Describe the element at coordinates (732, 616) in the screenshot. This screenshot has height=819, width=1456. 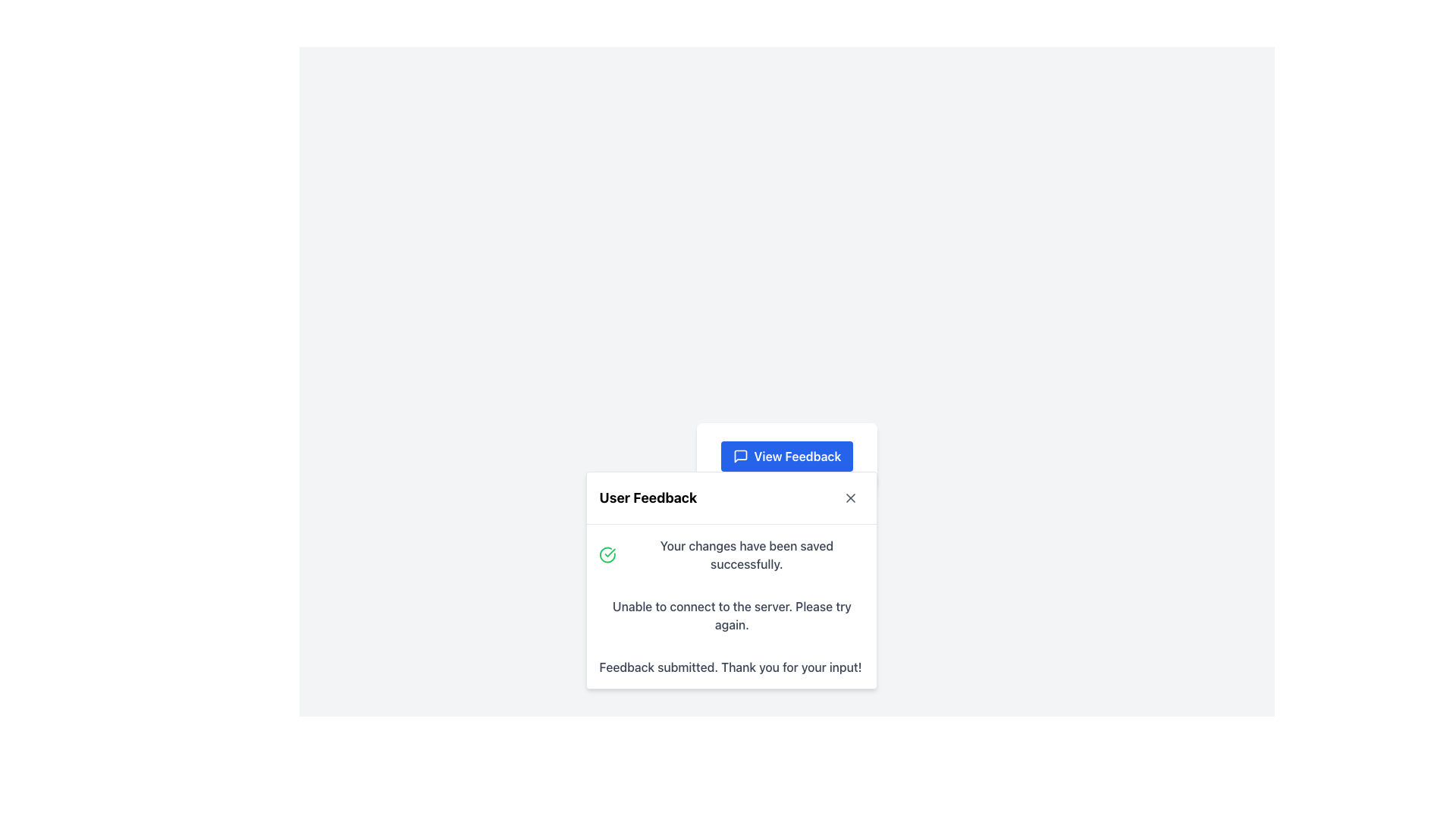
I see `the error message text label that notifies users of a server connection failure, which is located at the center of the modal dialog box` at that location.